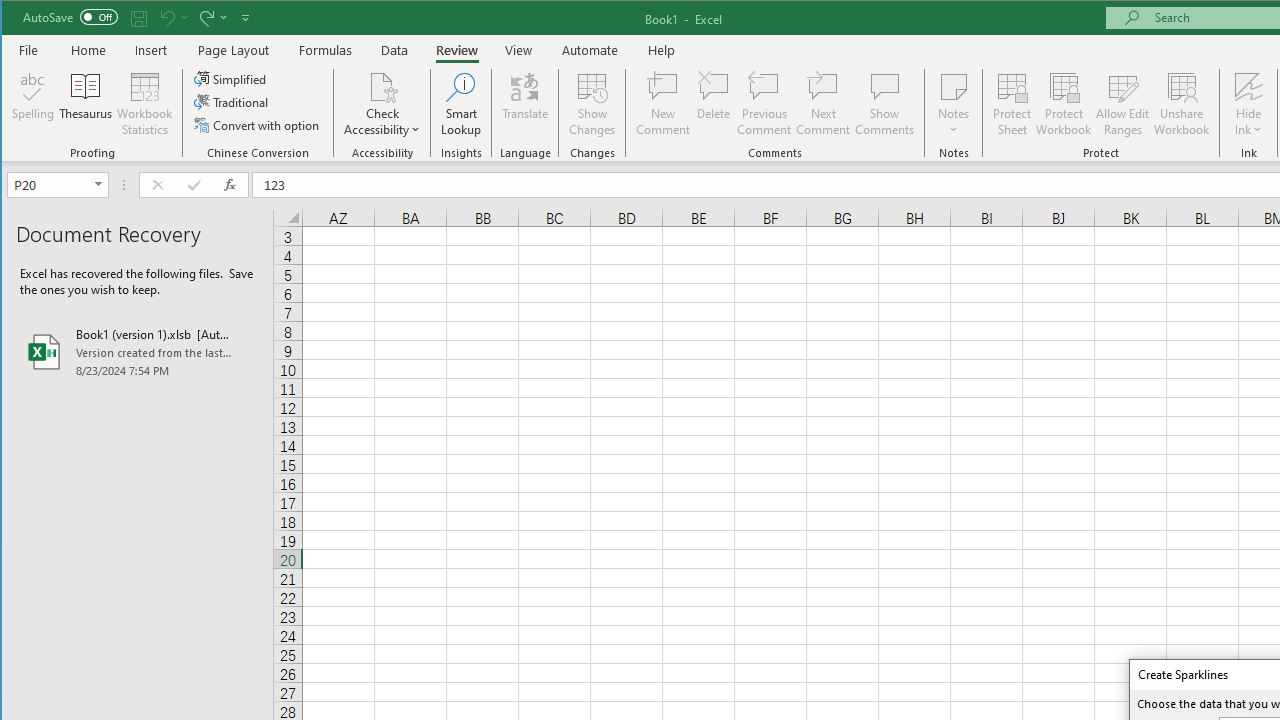 This screenshot has width=1280, height=720. Describe the element at coordinates (144, 104) in the screenshot. I see `'Workbook Statistics'` at that location.